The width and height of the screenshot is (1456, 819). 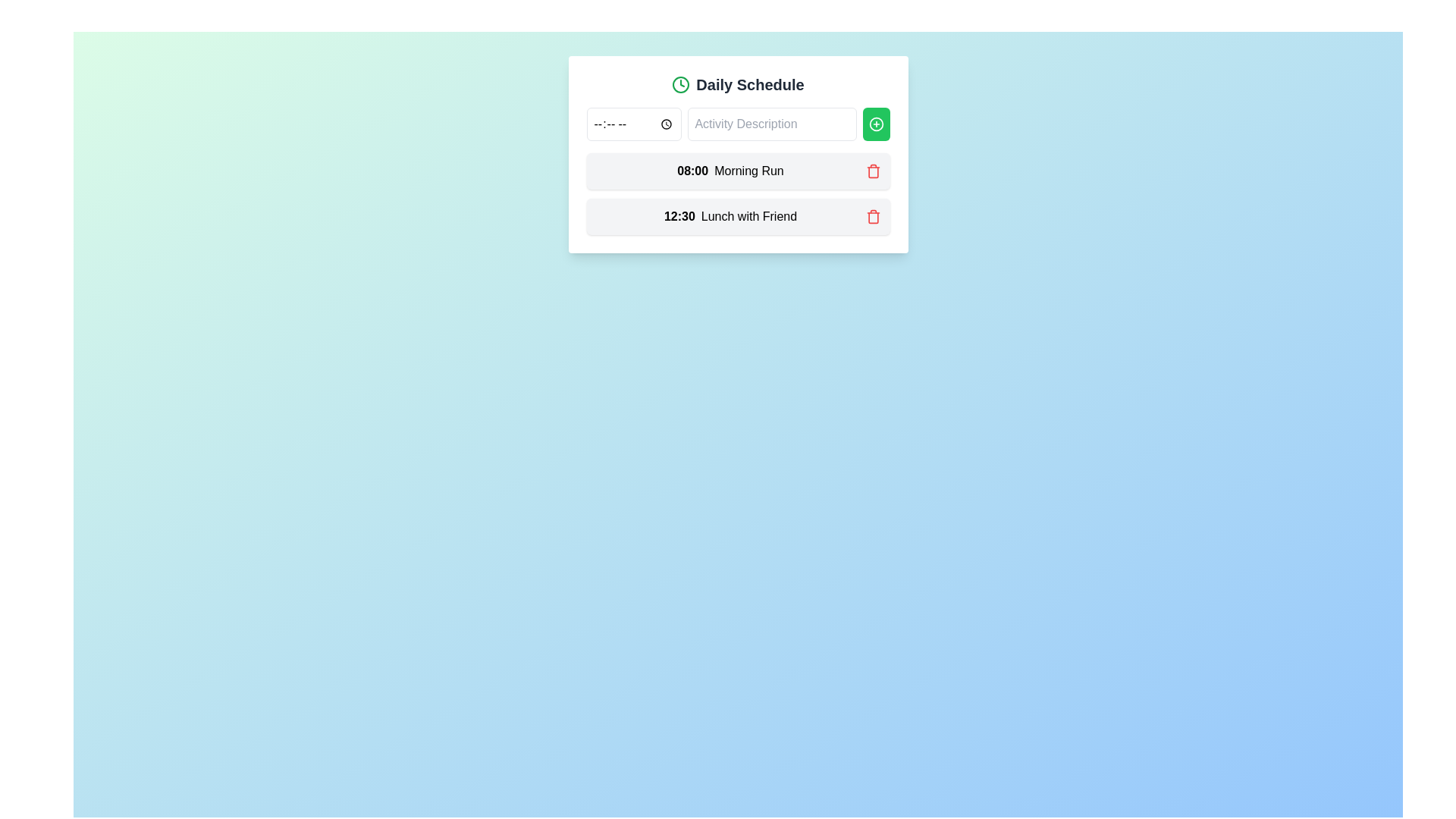 I want to click on to select the first scheduled event item in the 'Daily Schedule' card, so click(x=738, y=171).